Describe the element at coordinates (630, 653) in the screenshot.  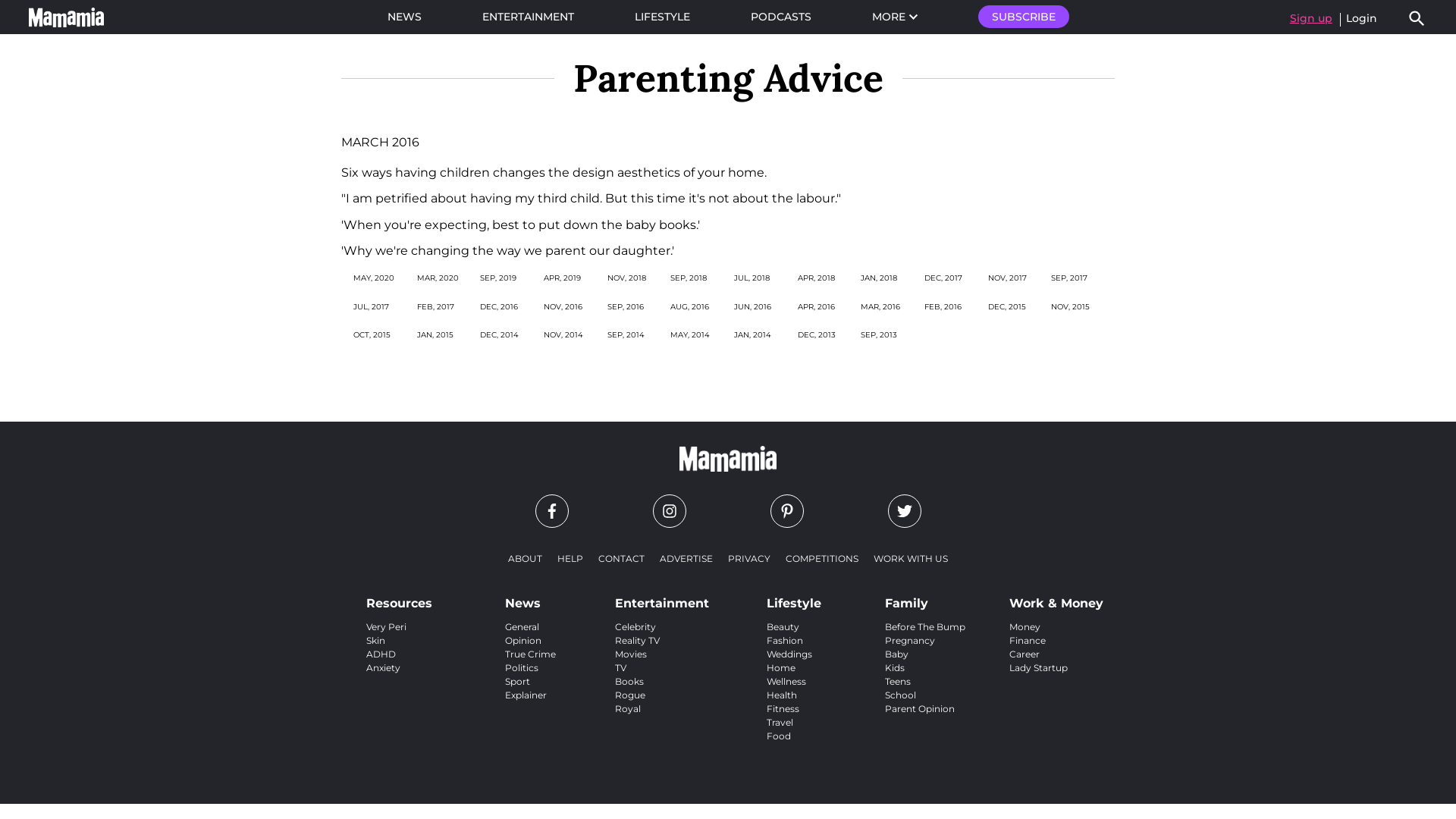
I see `'Movies'` at that location.